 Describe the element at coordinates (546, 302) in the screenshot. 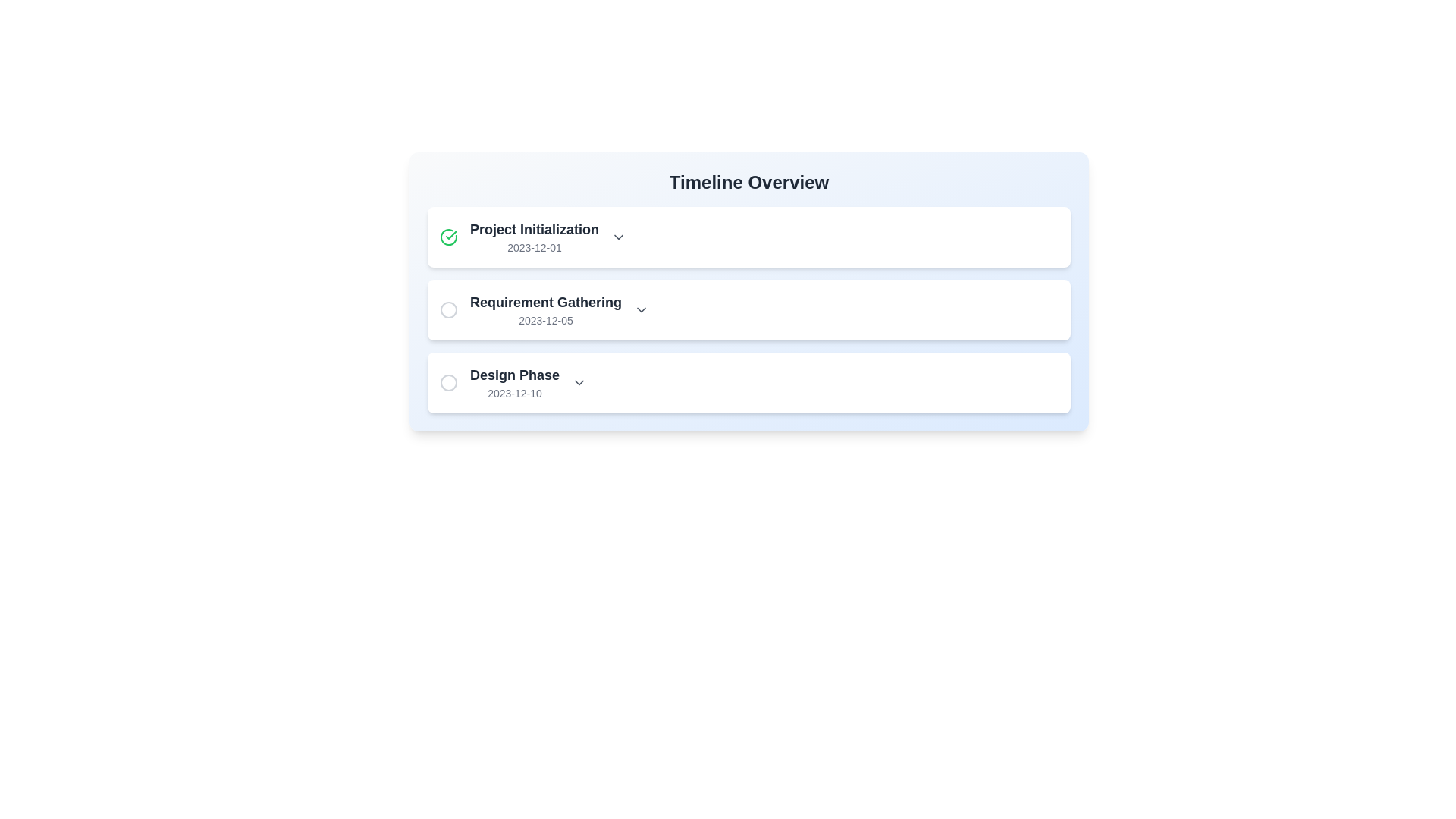

I see `the Text label located in the second segment of the vertical timeline list, which provides a title for the event or phase described in this timeline entry` at that location.